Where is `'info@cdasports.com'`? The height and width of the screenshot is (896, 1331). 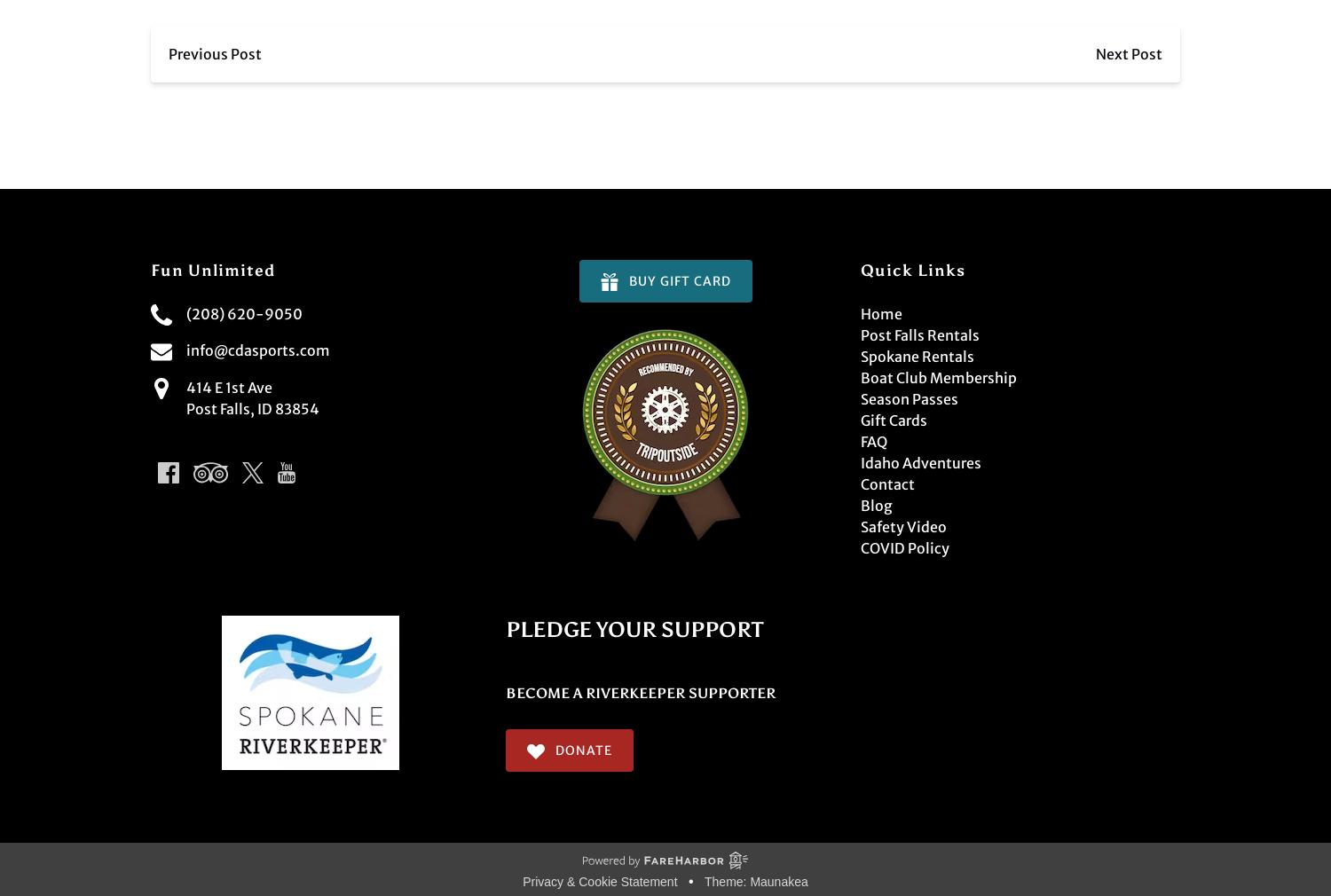
'info@cdasports.com' is located at coordinates (258, 350).